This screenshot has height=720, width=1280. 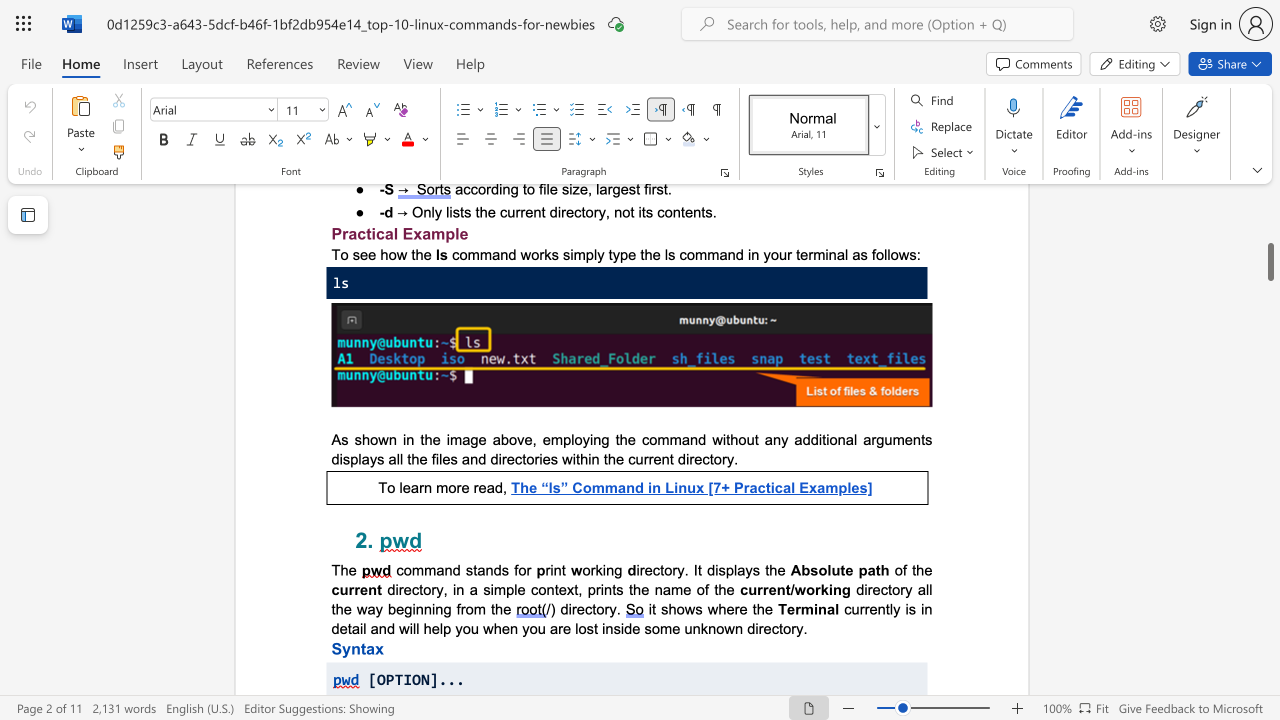 What do you see at coordinates (460, 487) in the screenshot?
I see `the subset text "e rea" within the text "To learn more read,"` at bounding box center [460, 487].